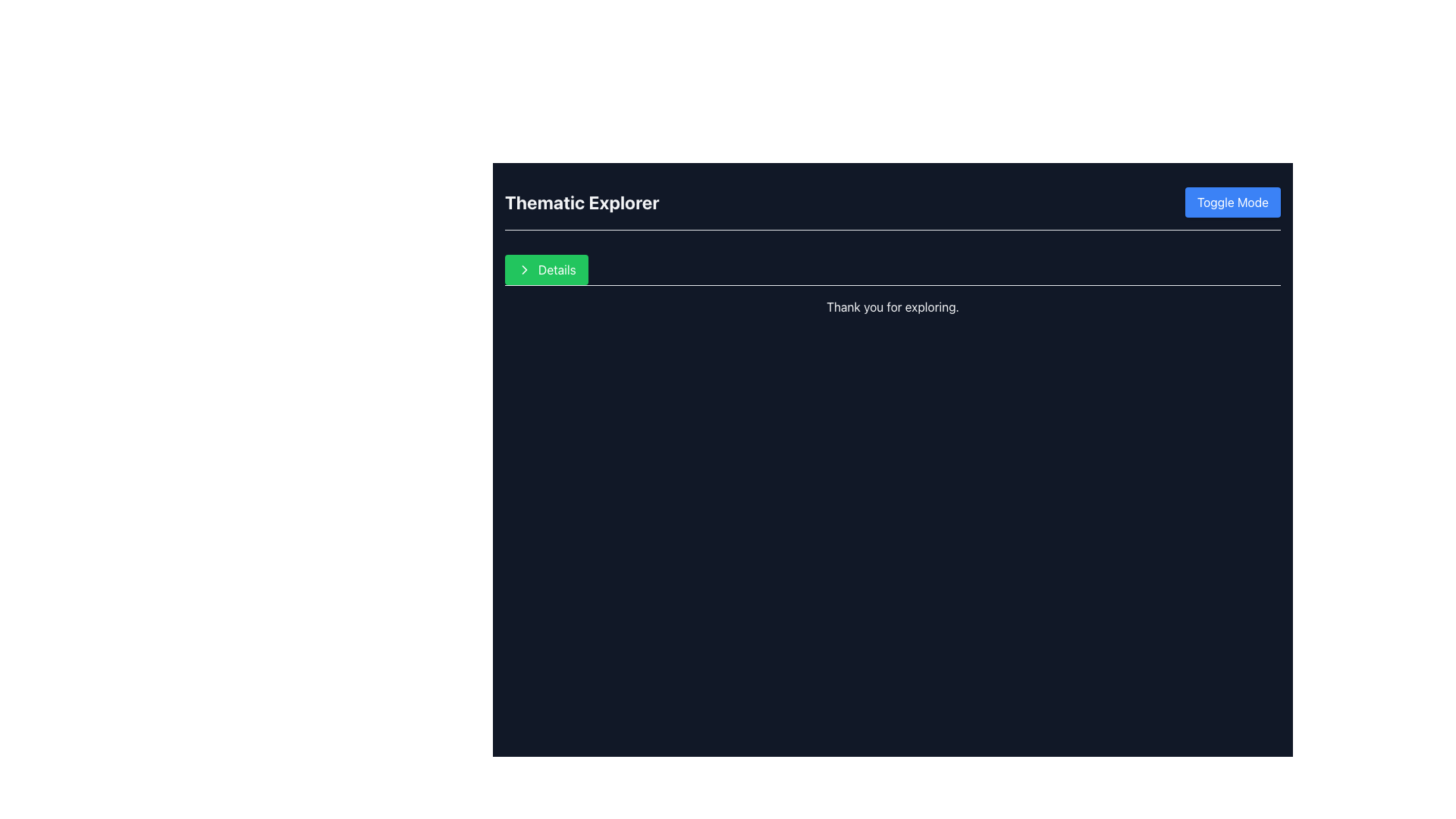  What do you see at coordinates (546, 268) in the screenshot?
I see `the prominent green button labeled 'Details' with a white chevron icon, located in the header area below 'Thematic Explorer'` at bounding box center [546, 268].